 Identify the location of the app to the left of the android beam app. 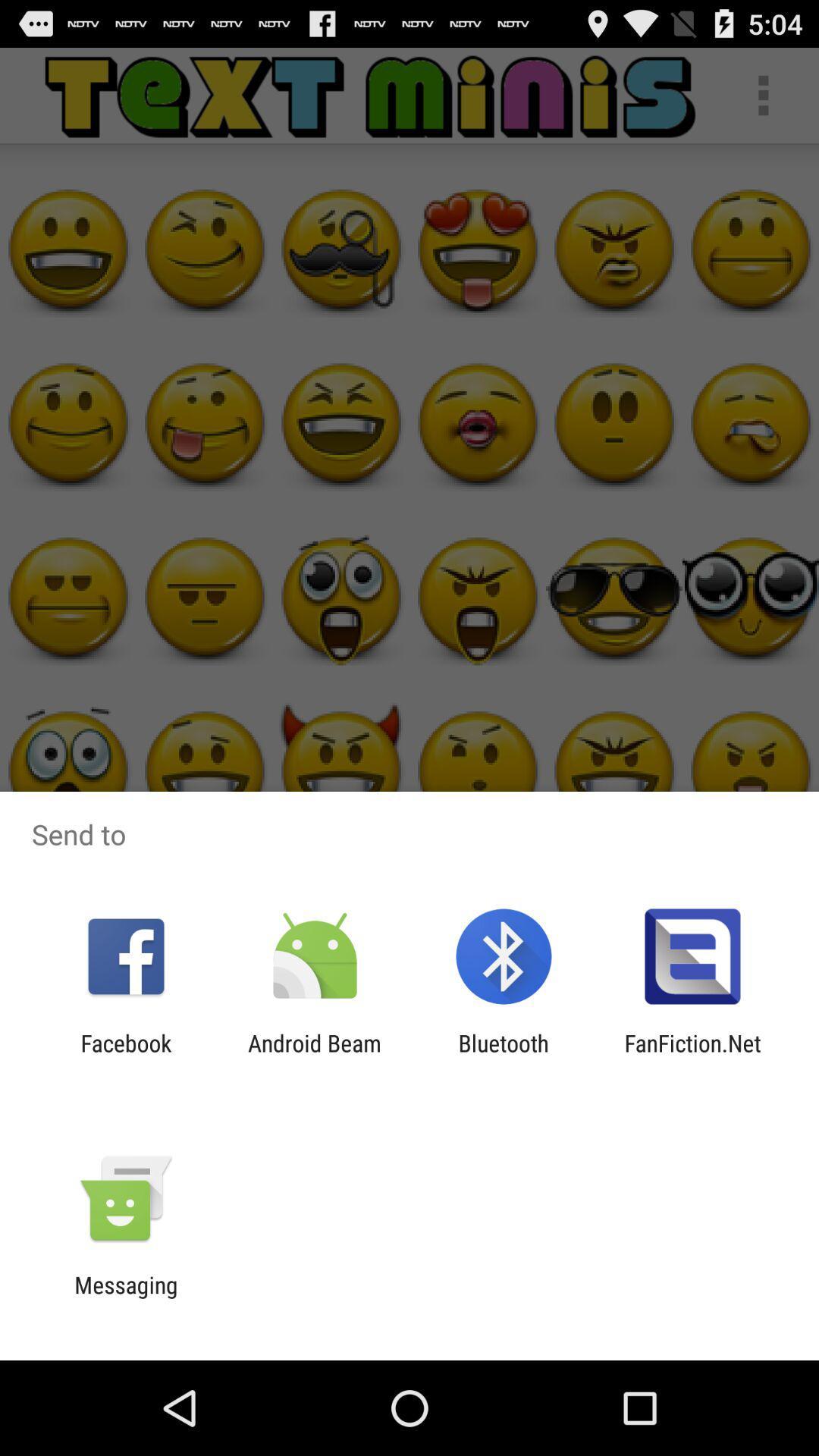
(125, 1056).